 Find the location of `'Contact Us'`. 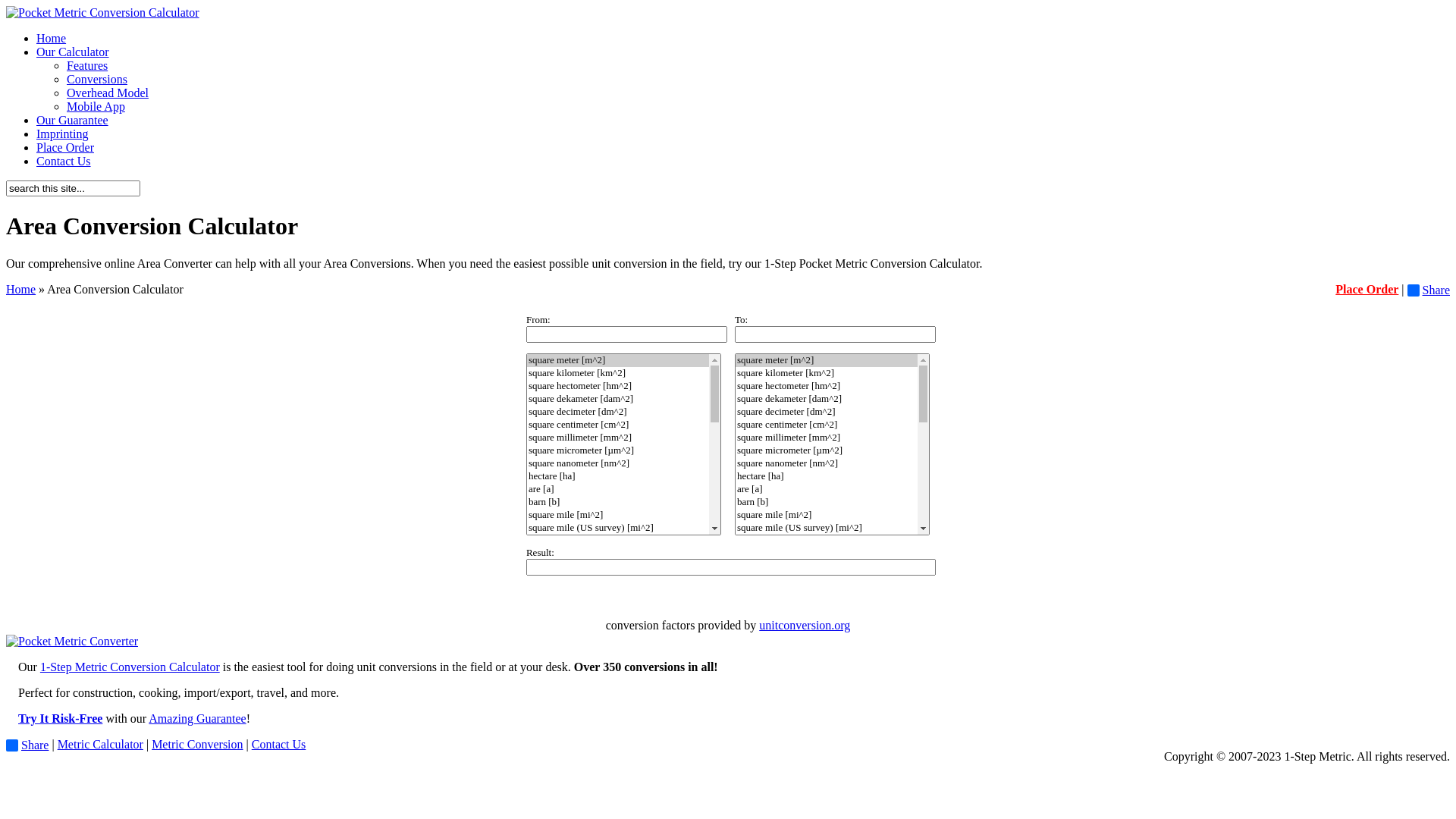

'Contact Us' is located at coordinates (279, 743).